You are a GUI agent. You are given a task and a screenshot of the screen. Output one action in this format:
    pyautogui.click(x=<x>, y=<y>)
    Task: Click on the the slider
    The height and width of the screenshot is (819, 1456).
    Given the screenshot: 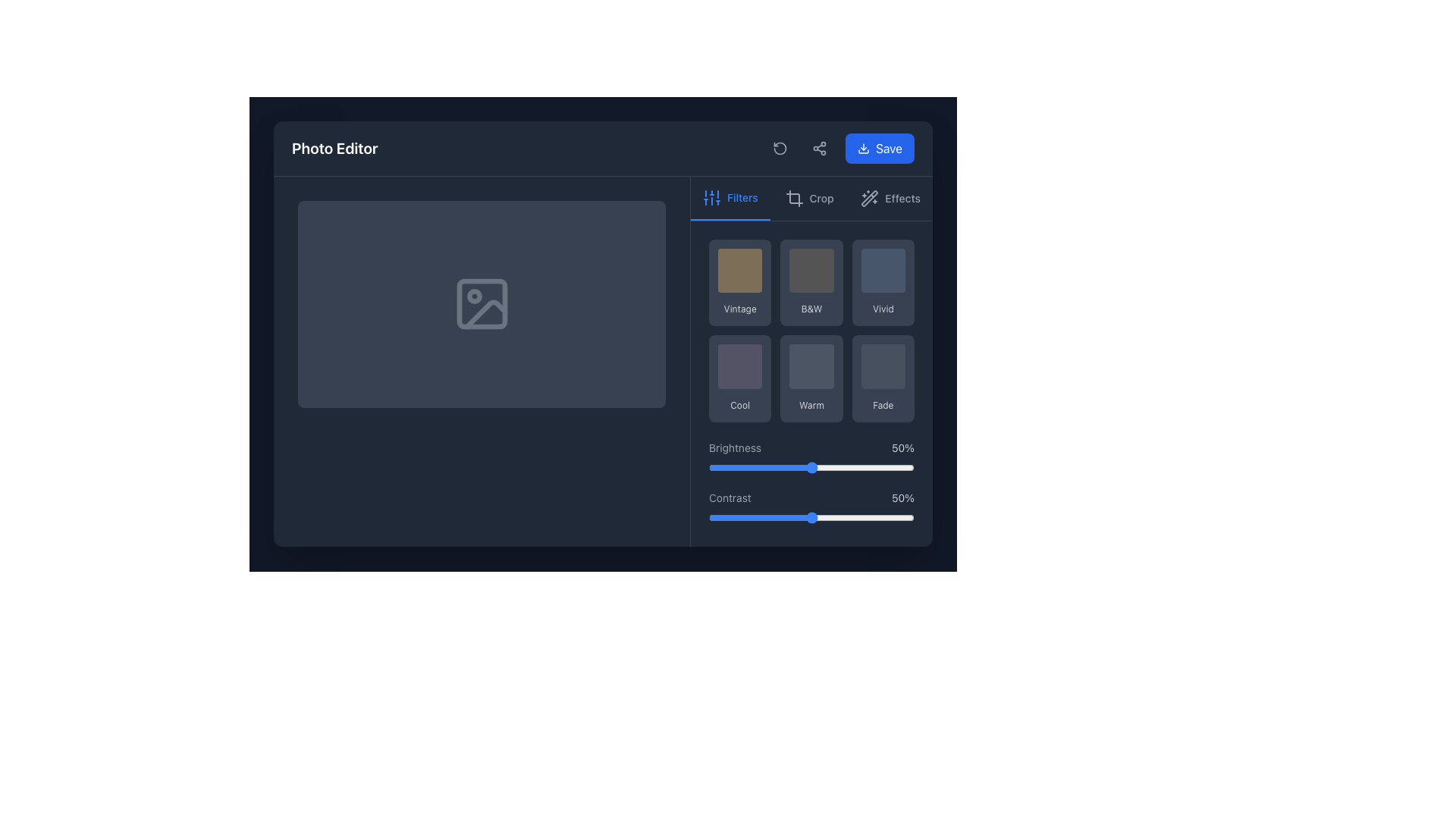 What is the action you would take?
    pyautogui.click(x=910, y=466)
    